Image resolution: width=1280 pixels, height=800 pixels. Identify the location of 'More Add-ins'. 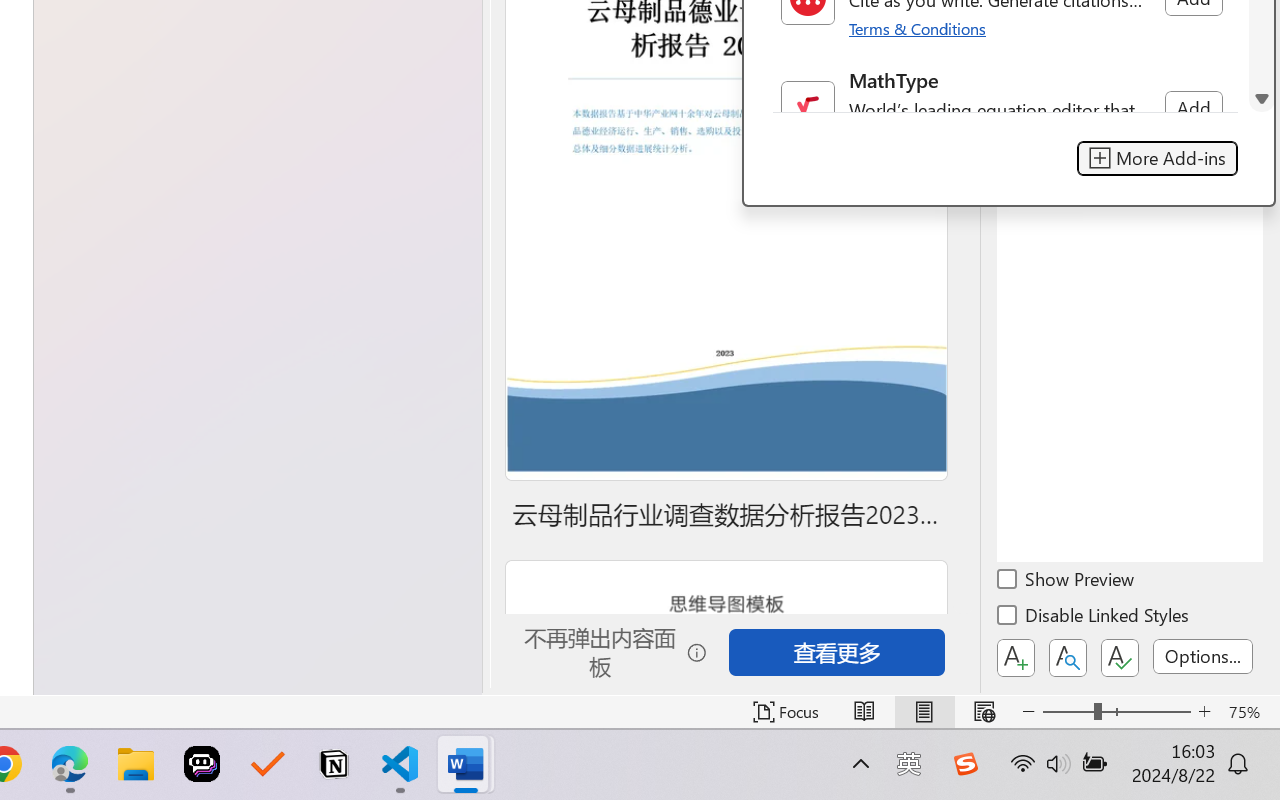
(1157, 158).